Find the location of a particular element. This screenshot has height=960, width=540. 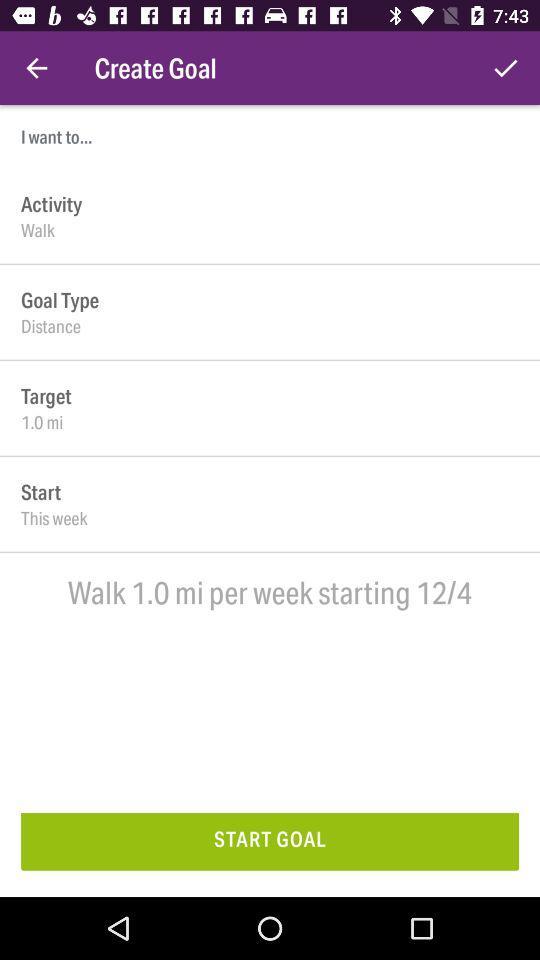

item at the top right corner is located at coordinates (504, 68).